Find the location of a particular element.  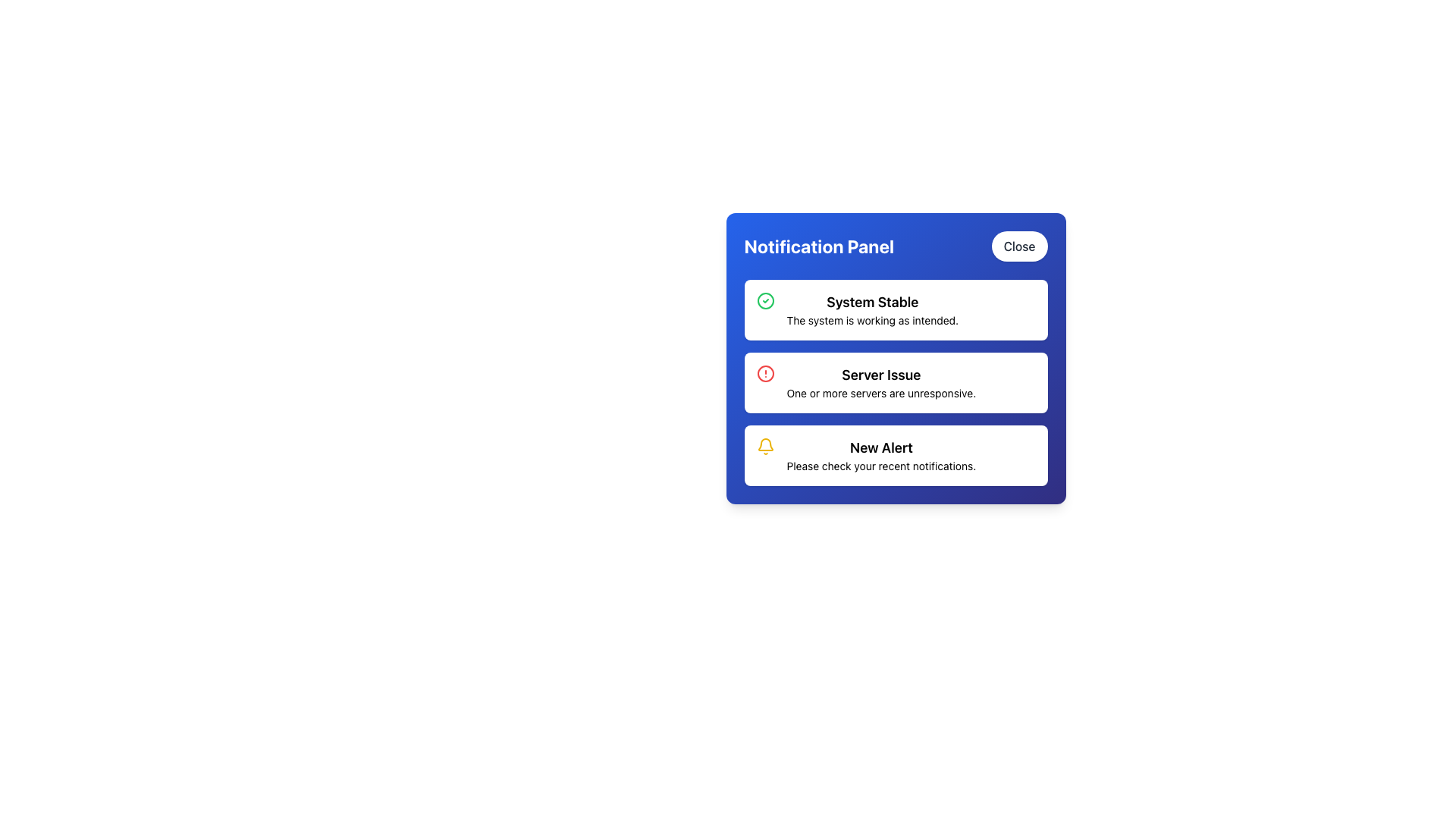

the informational text component that indicates a server issue, which is located in the middle card of the notification panel, between the 'System Stable' card and the 'New Alert' card is located at coordinates (881, 382).